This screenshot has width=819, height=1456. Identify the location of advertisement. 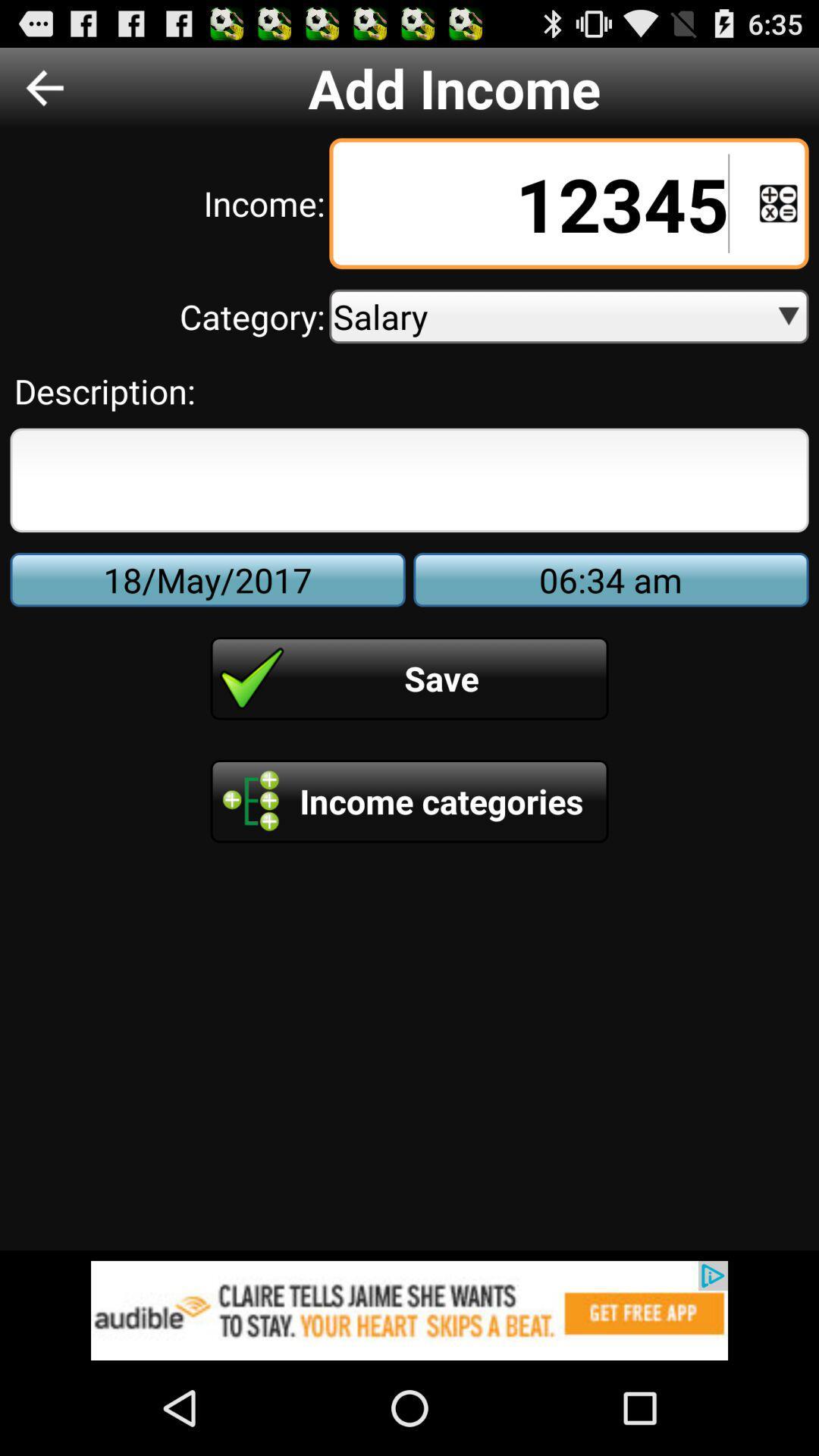
(409, 1310).